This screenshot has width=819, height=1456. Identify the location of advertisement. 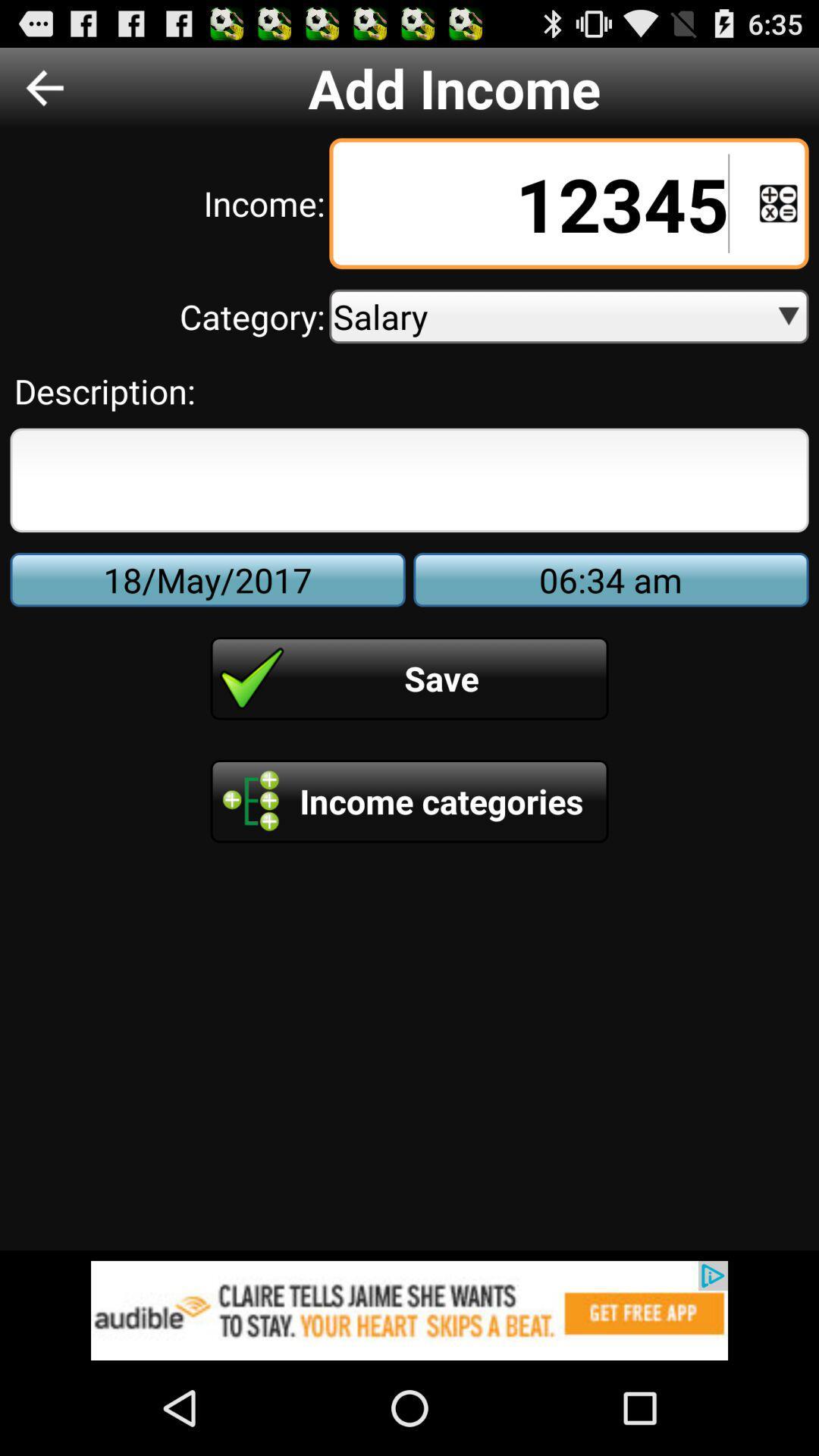
(409, 1310).